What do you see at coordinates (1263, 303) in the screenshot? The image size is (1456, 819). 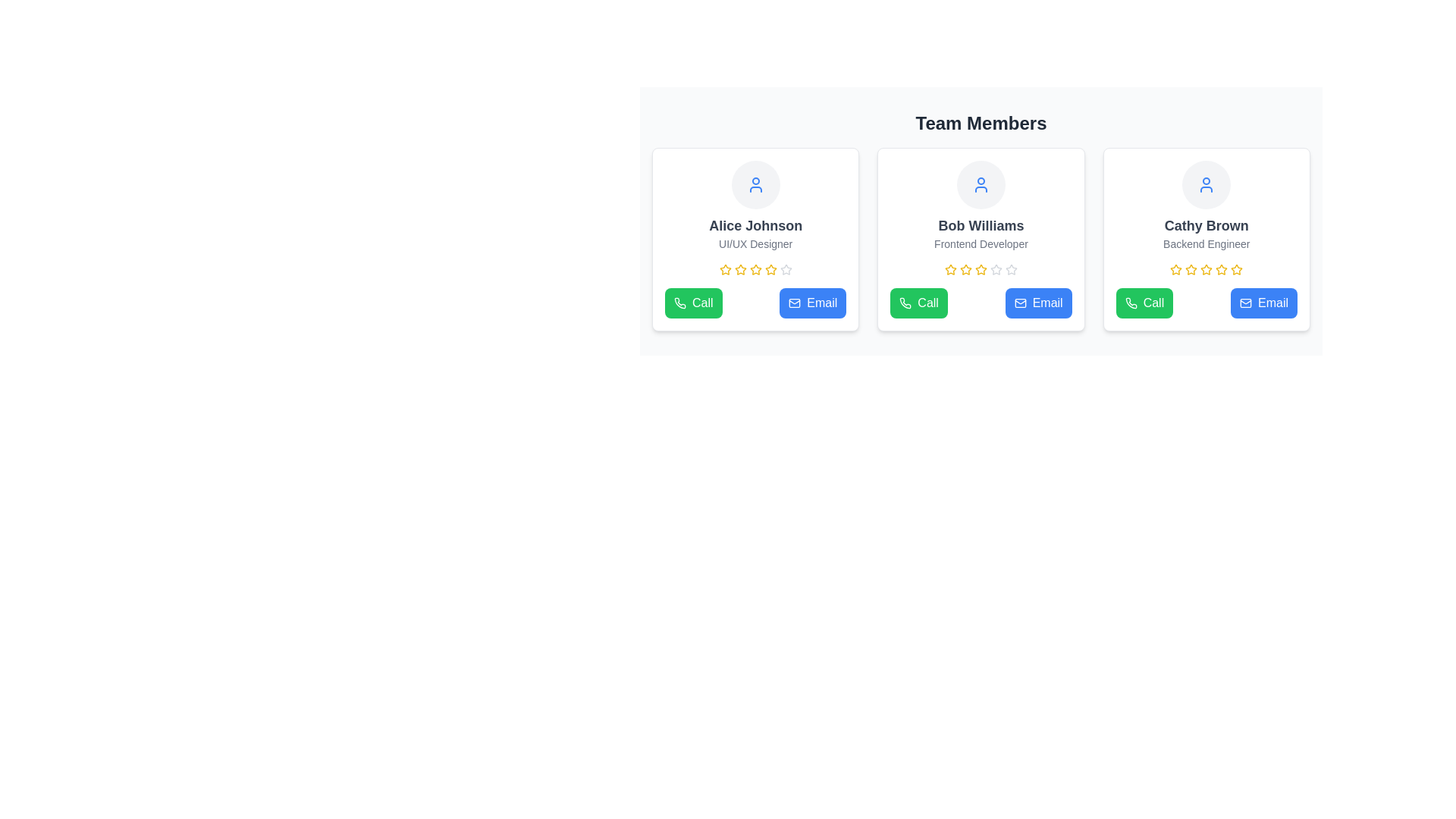 I see `the 'Email' button with a blue background and white text, located at the bottom right corner of the profile card for 'Cathy Brown'` at bounding box center [1263, 303].